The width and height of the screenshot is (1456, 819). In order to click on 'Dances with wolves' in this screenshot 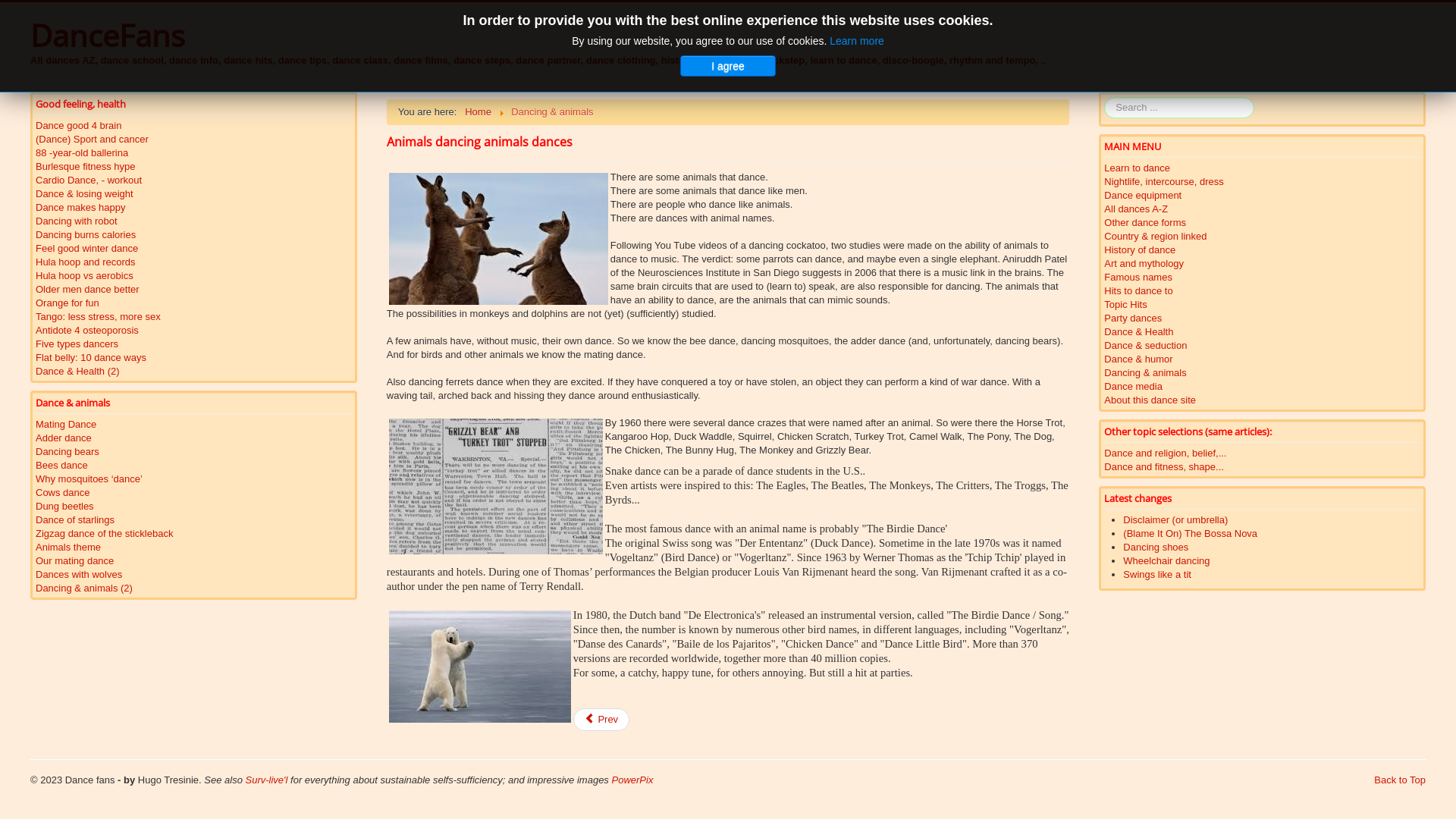, I will do `click(36, 575)`.